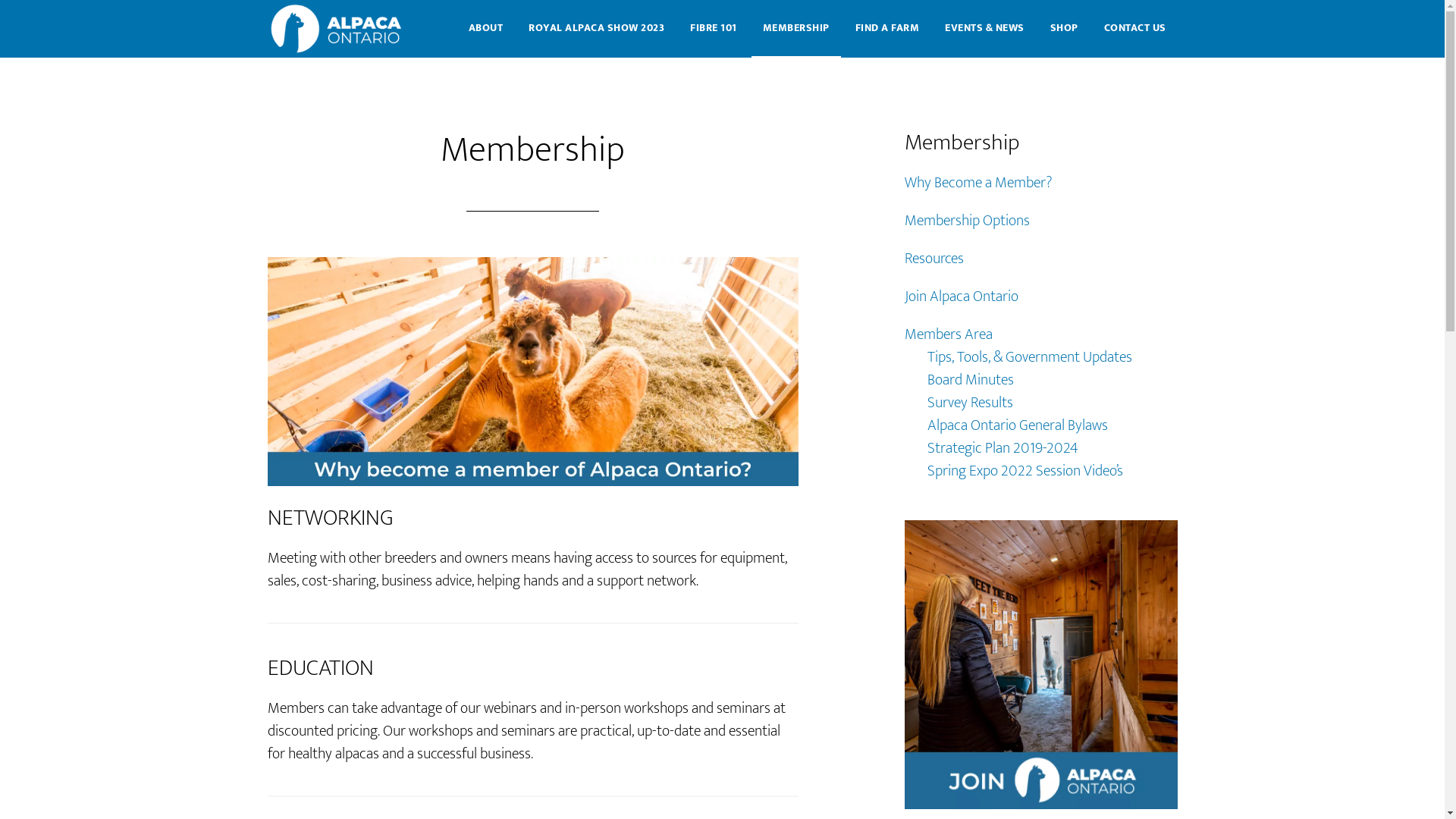  What do you see at coordinates (960, 296) in the screenshot?
I see `'Join Alpaca Ontario'` at bounding box center [960, 296].